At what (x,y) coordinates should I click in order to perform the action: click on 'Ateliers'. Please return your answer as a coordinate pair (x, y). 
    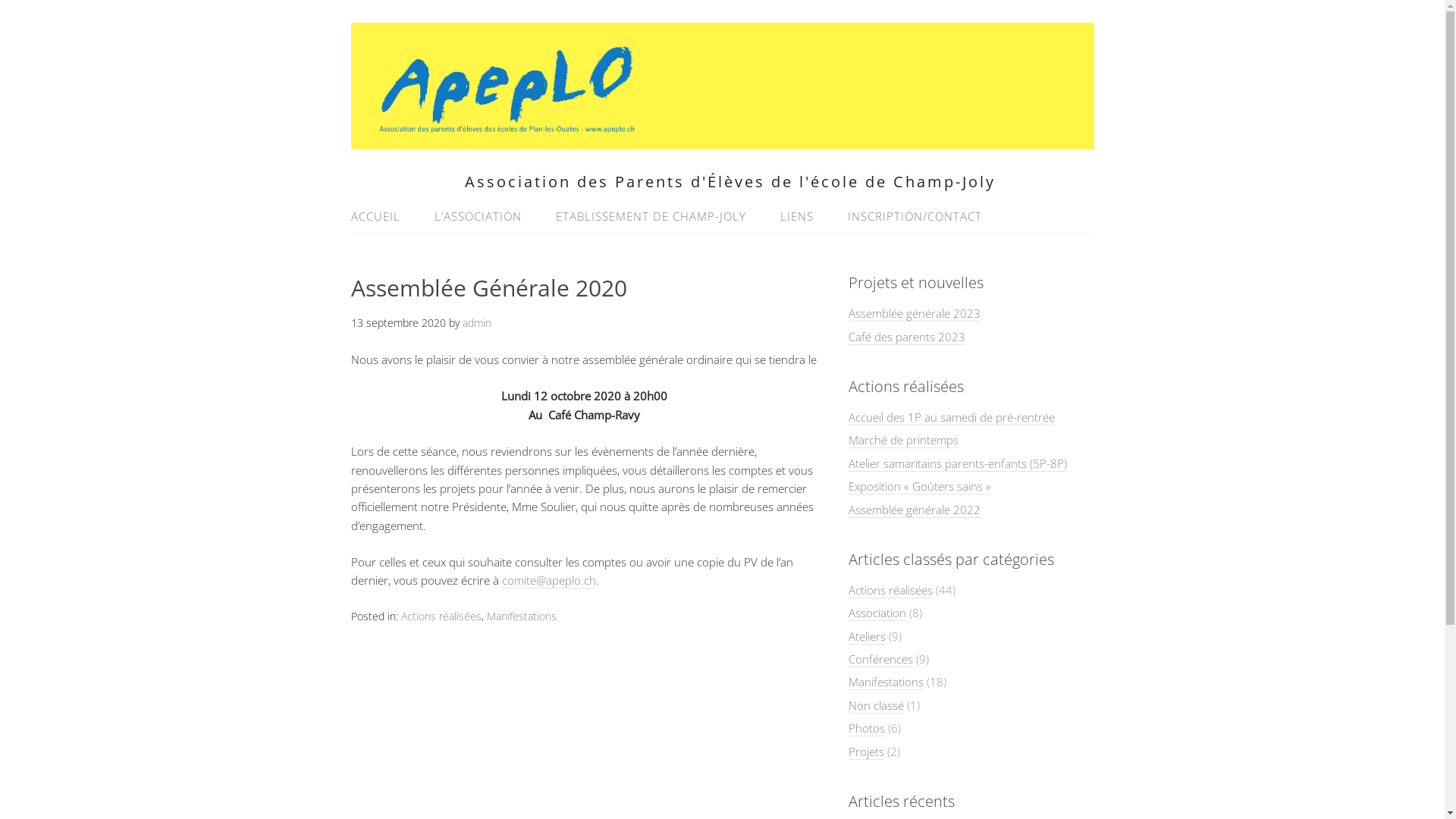
    Looking at the image, I should click on (867, 636).